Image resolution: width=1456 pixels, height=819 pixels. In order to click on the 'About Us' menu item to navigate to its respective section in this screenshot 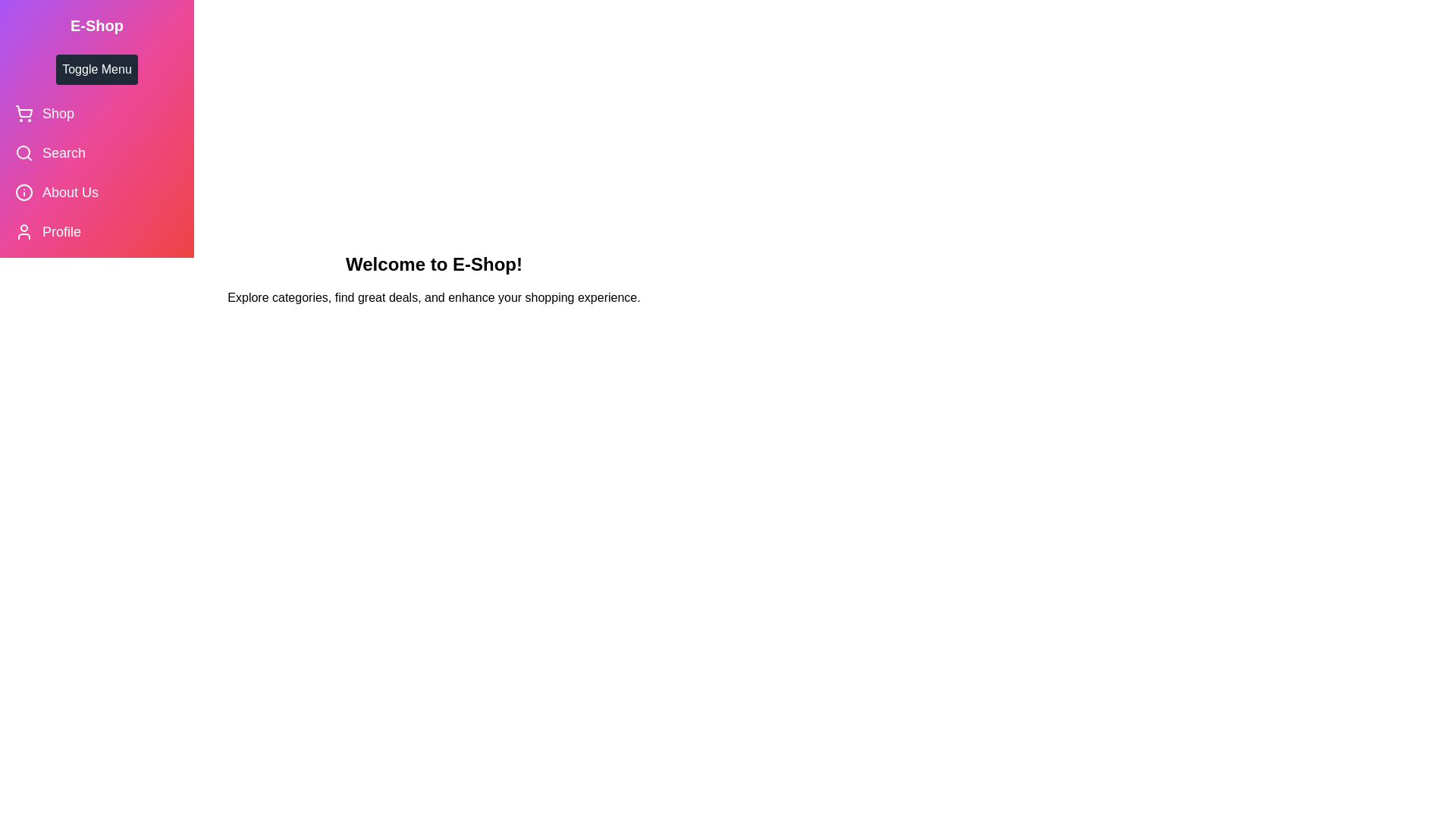, I will do `click(96, 192)`.